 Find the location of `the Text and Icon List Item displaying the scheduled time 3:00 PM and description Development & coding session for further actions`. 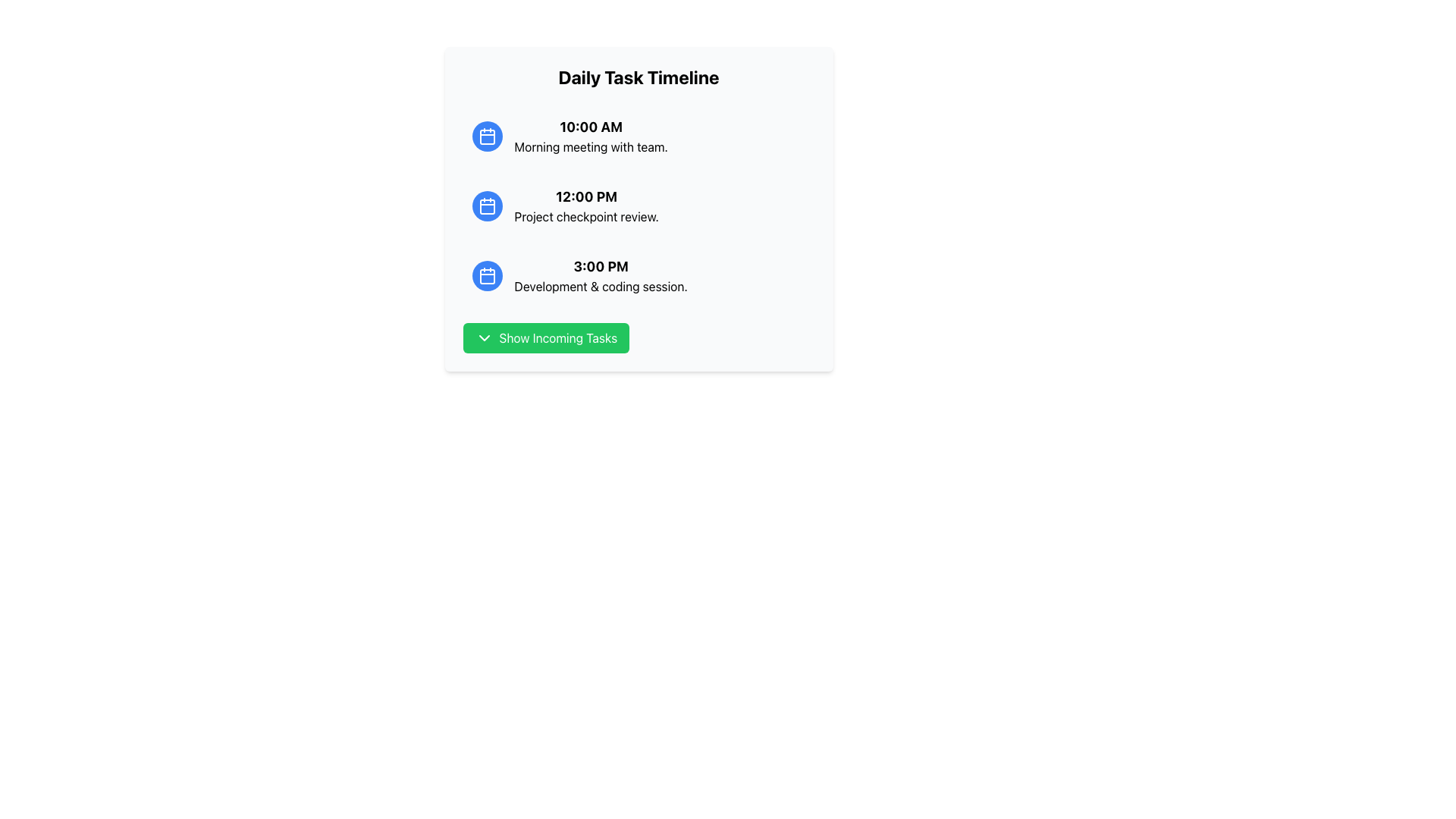

the Text and Icon List Item displaying the scheduled time 3:00 PM and description Development & coding session for further actions is located at coordinates (639, 275).